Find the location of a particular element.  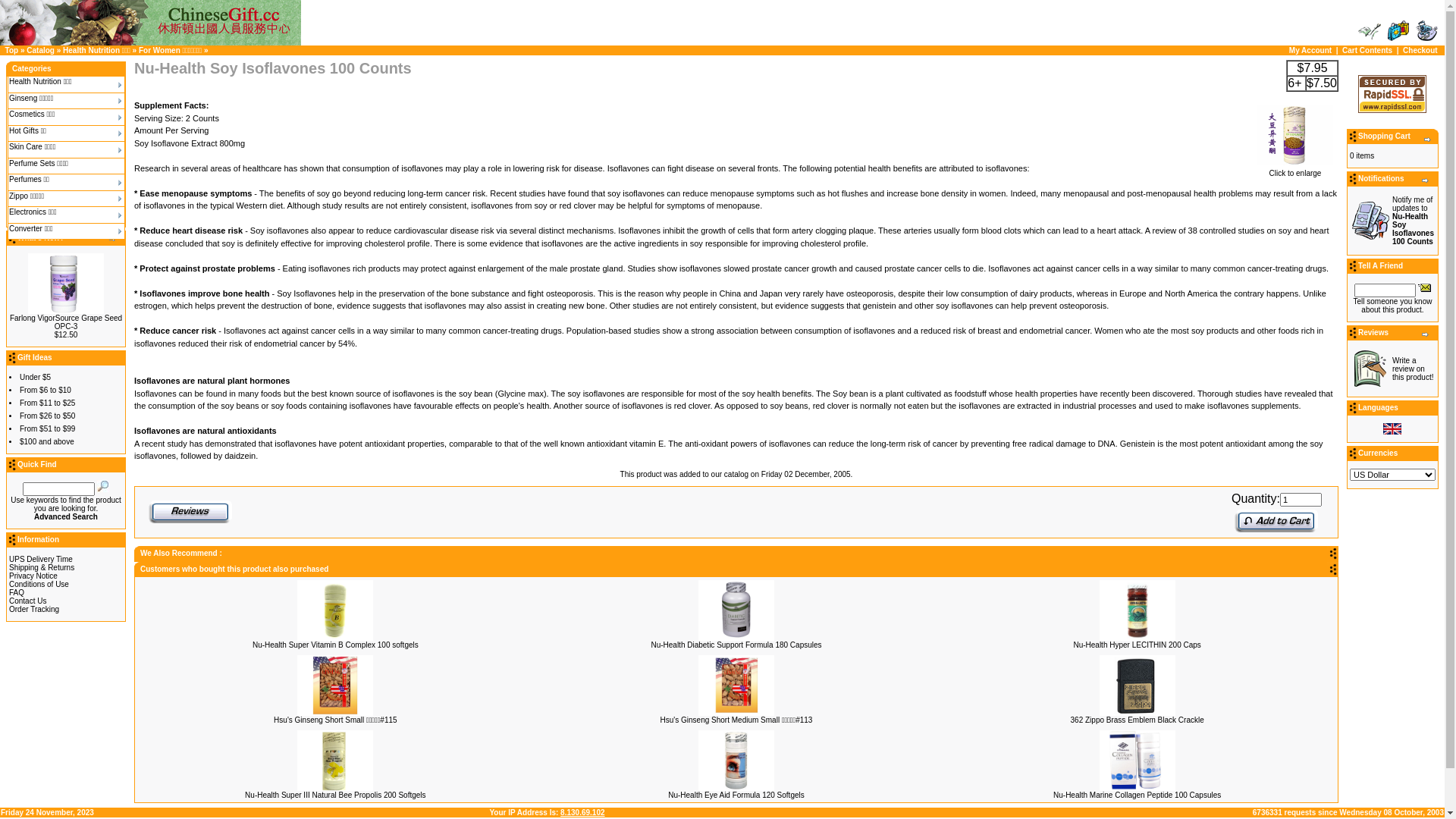

'362 Zippo Brass Emblem Black Crackle' is located at coordinates (1069, 719).